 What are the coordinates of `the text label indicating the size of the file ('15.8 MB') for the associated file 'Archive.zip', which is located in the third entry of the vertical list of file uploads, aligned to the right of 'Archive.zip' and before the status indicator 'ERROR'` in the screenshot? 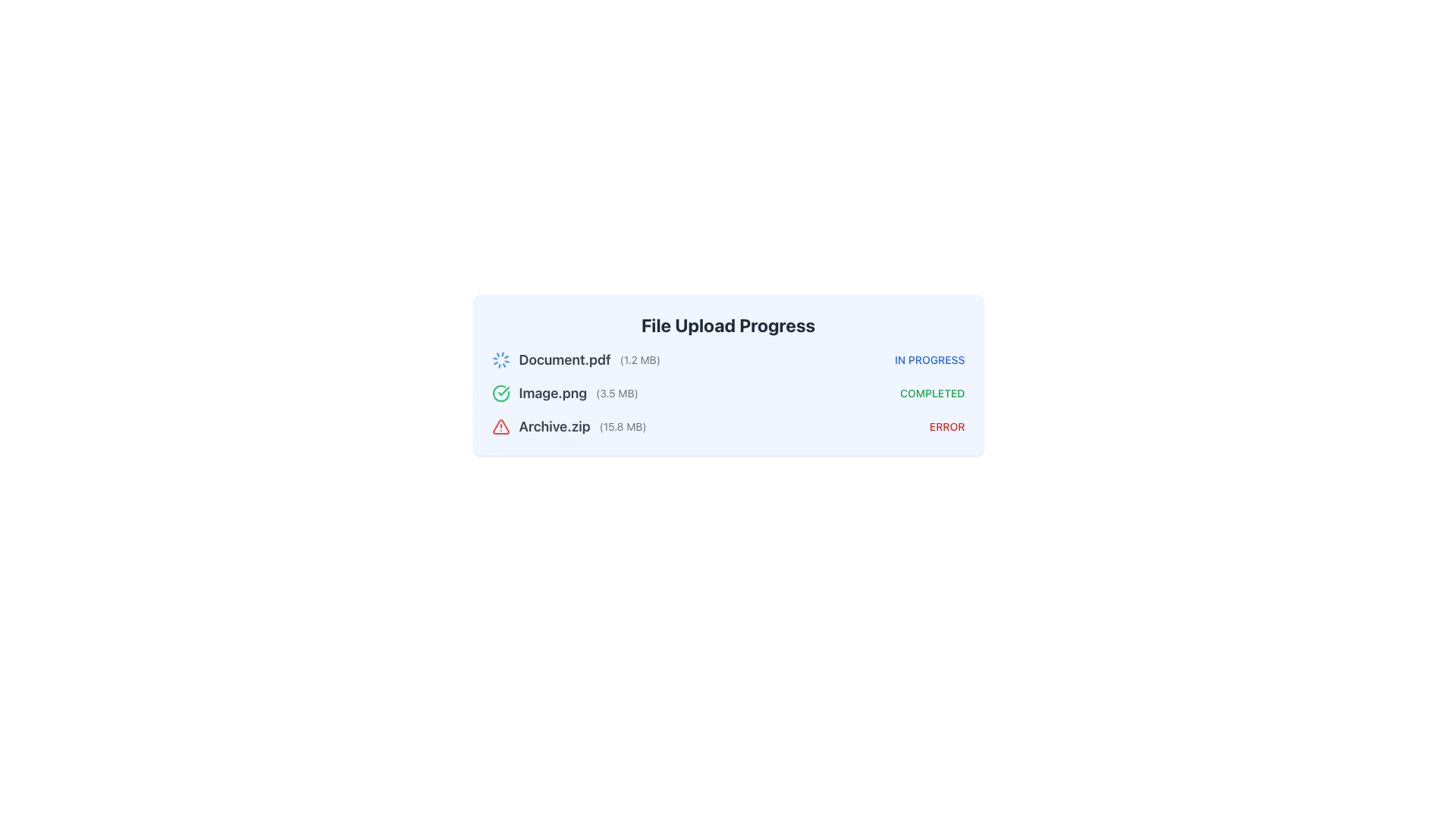 It's located at (623, 427).